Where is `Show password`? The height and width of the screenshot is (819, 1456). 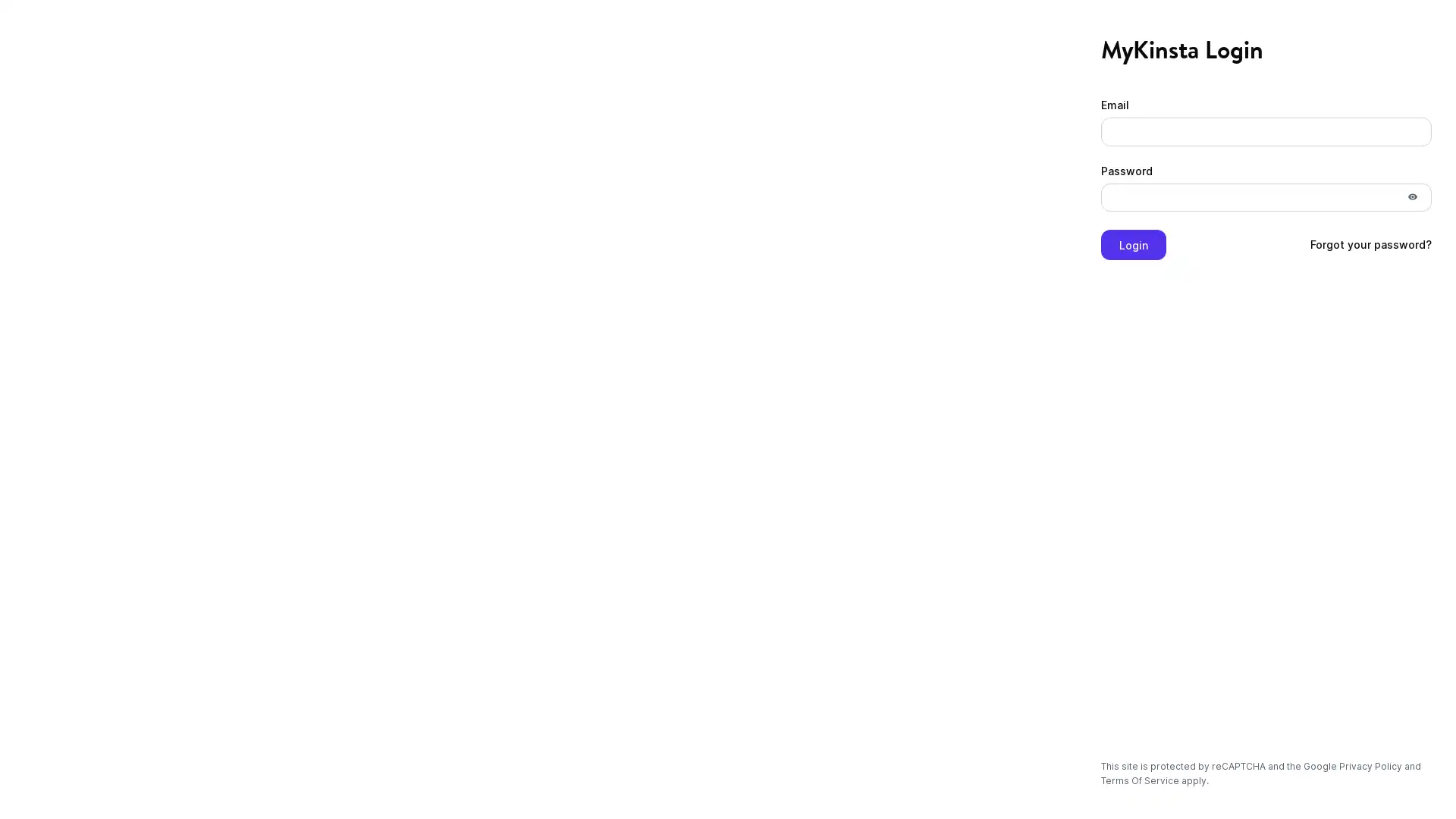 Show password is located at coordinates (1411, 199).